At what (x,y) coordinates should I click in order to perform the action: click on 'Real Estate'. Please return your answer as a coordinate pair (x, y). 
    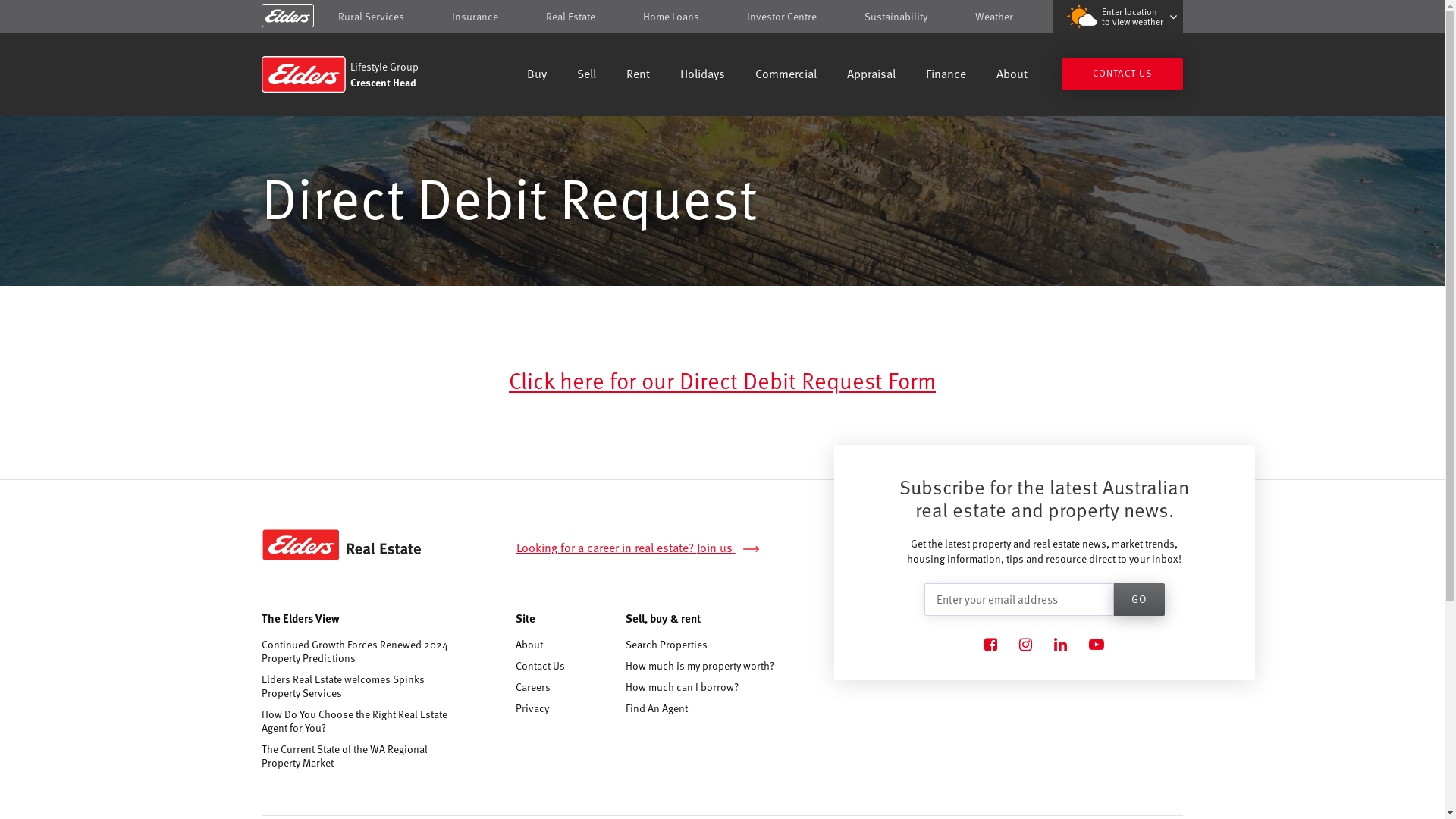
    Looking at the image, I should click on (546, 16).